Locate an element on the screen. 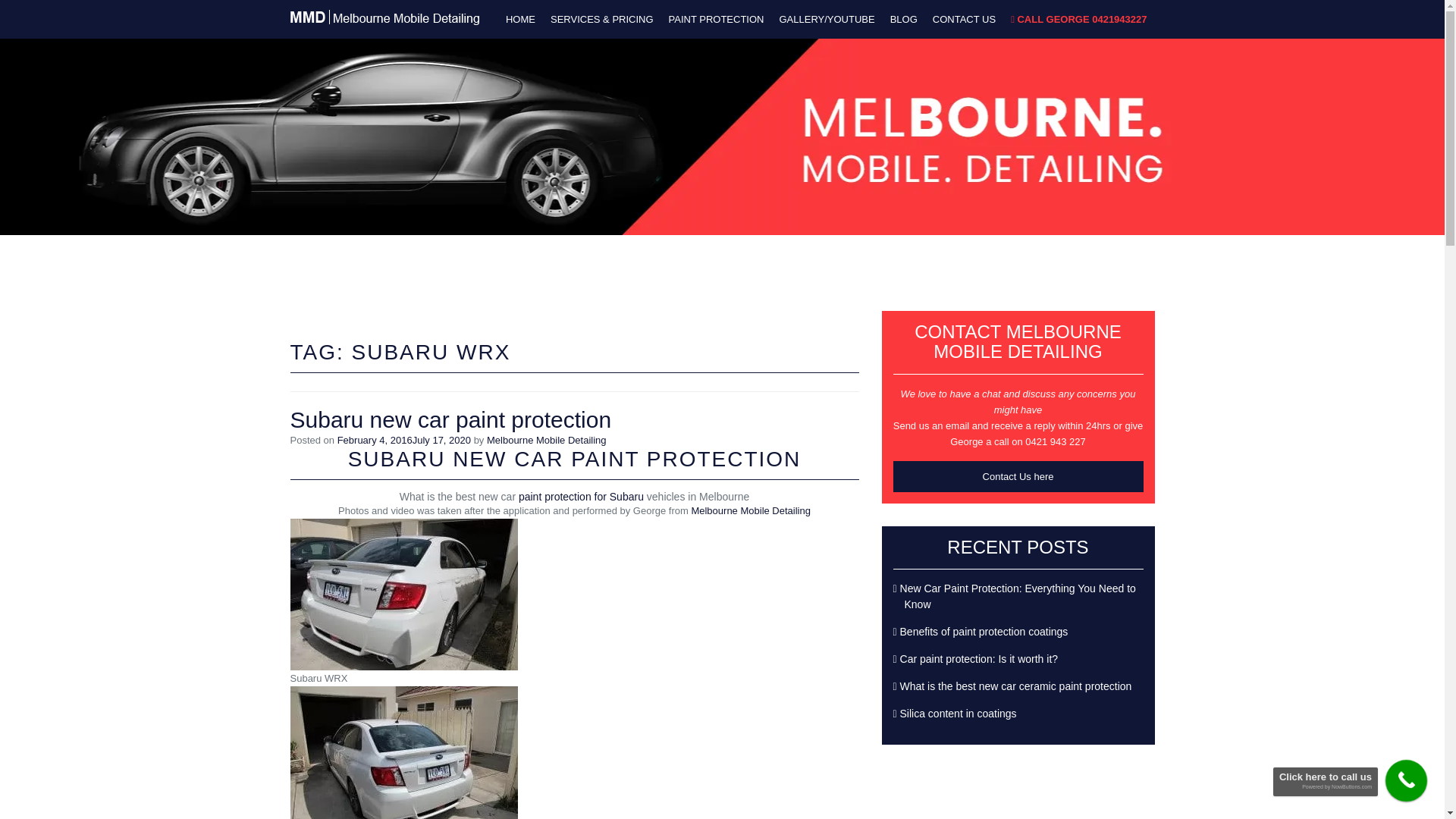 The width and height of the screenshot is (1456, 819). 'BLOG' is located at coordinates (903, 19).